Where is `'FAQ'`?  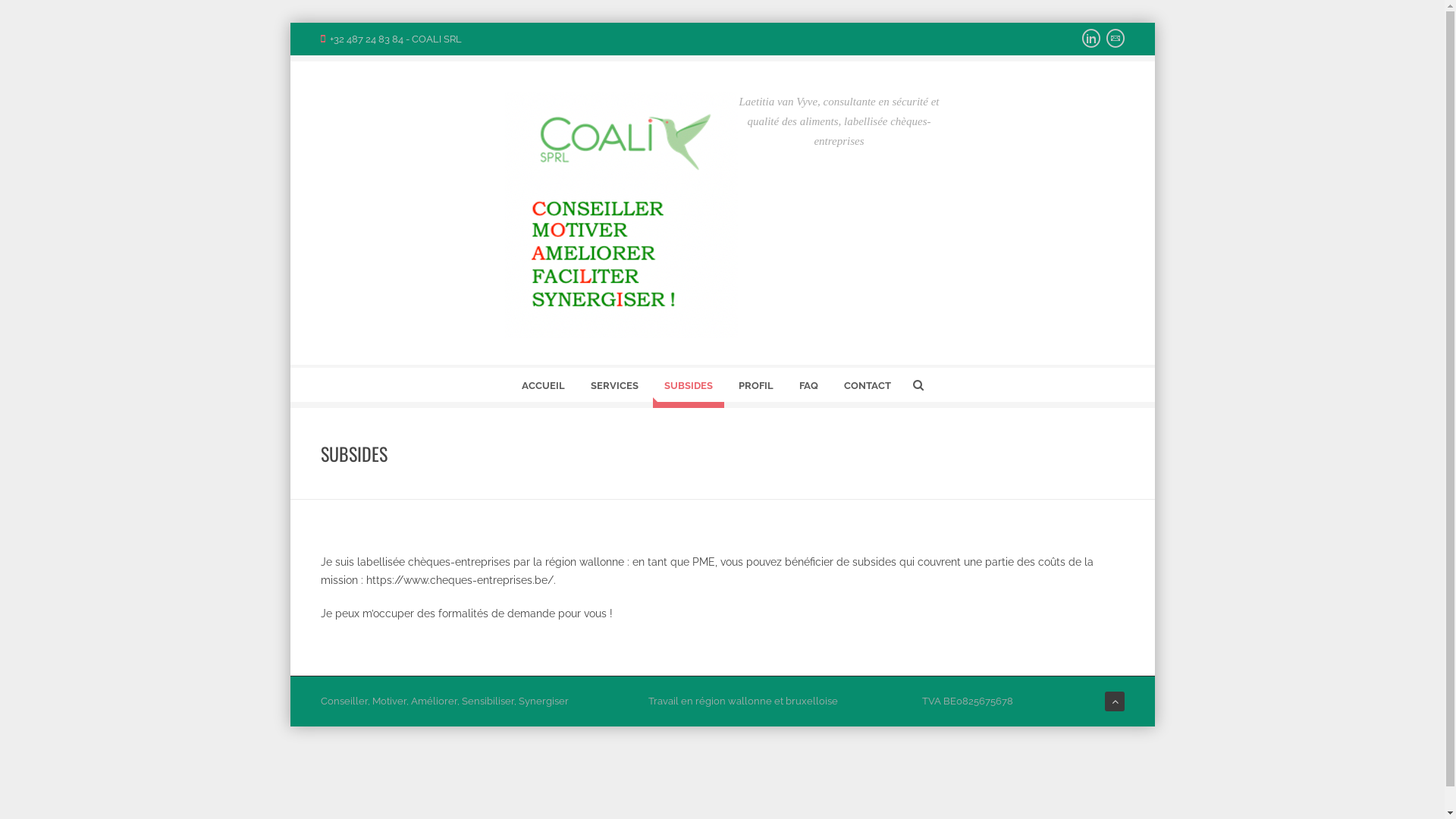 'FAQ' is located at coordinates (807, 388).